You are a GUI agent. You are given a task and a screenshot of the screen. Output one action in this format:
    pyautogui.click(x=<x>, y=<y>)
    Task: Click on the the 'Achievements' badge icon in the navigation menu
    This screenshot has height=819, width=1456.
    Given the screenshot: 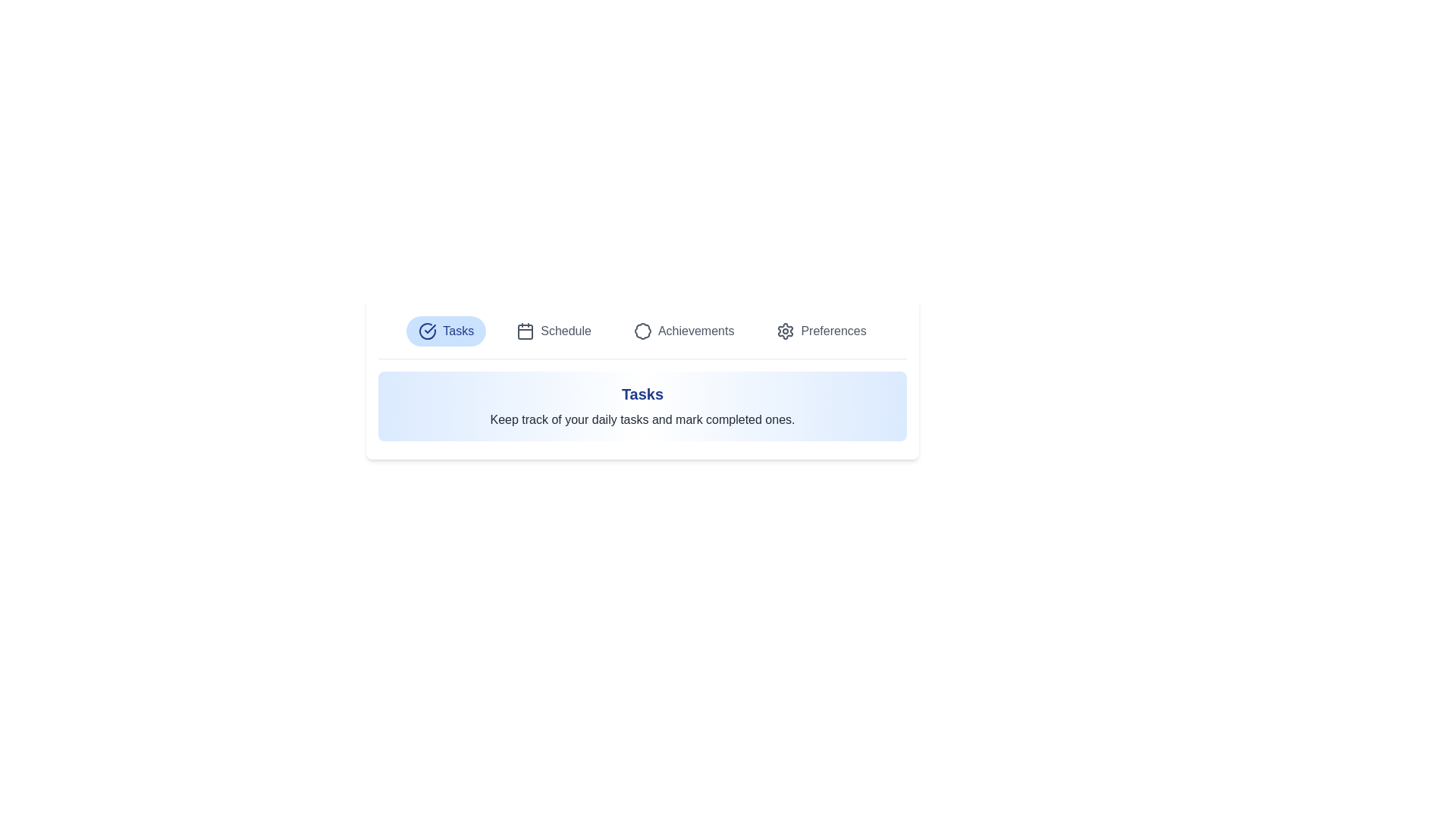 What is the action you would take?
    pyautogui.click(x=642, y=330)
    